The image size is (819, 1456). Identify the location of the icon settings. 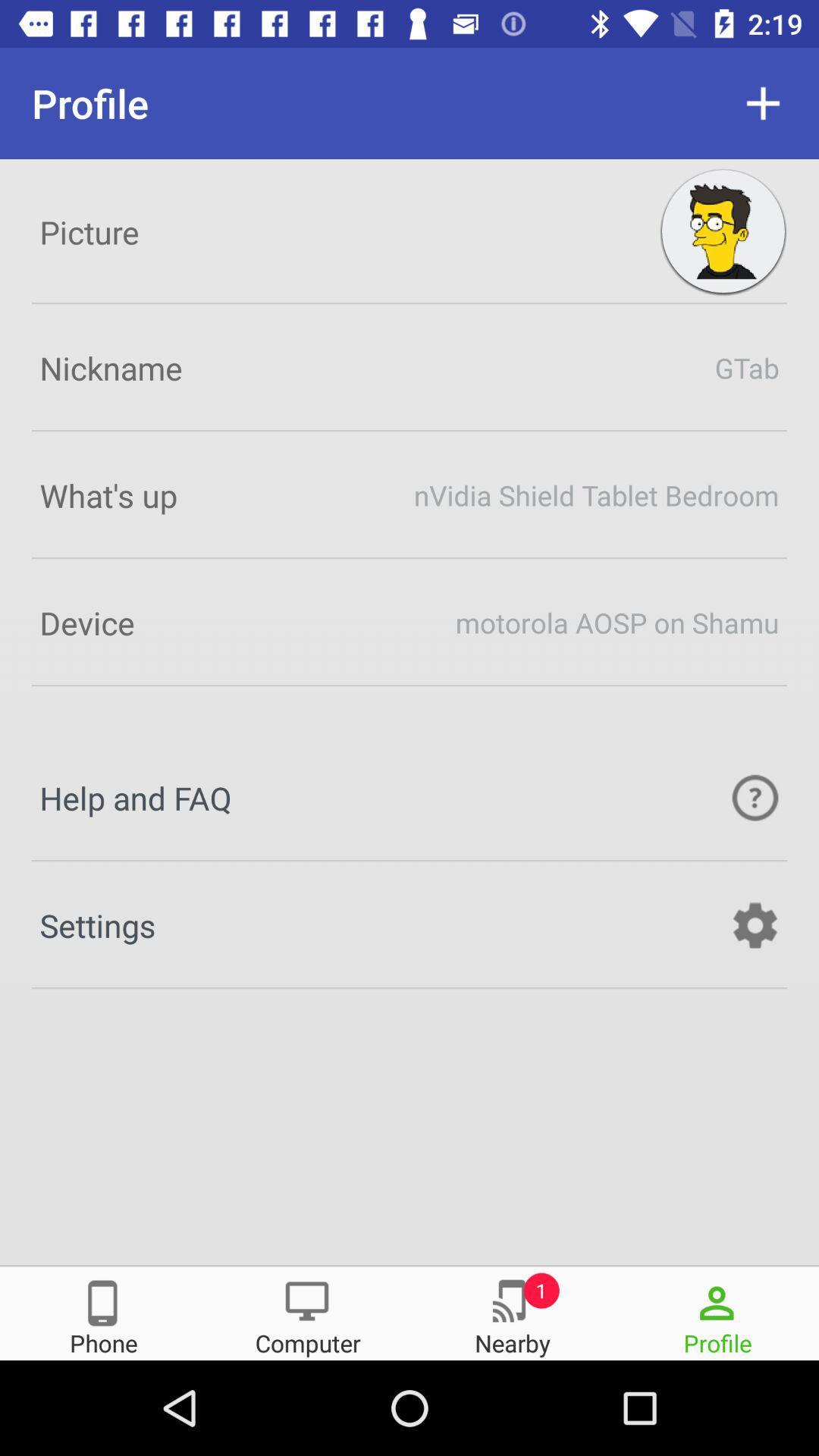
(409, 924).